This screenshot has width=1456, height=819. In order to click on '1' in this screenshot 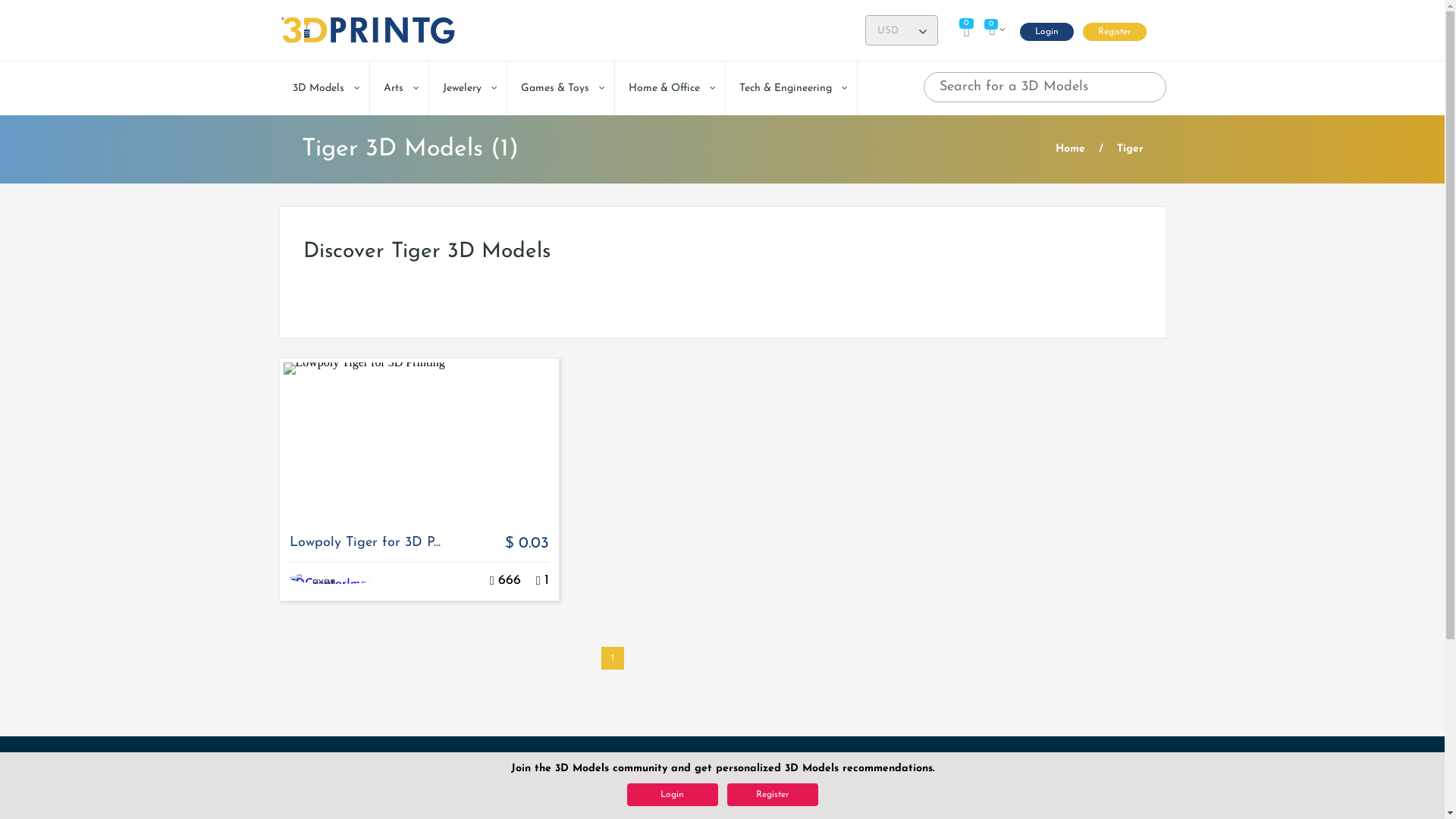, I will do `click(611, 657)`.